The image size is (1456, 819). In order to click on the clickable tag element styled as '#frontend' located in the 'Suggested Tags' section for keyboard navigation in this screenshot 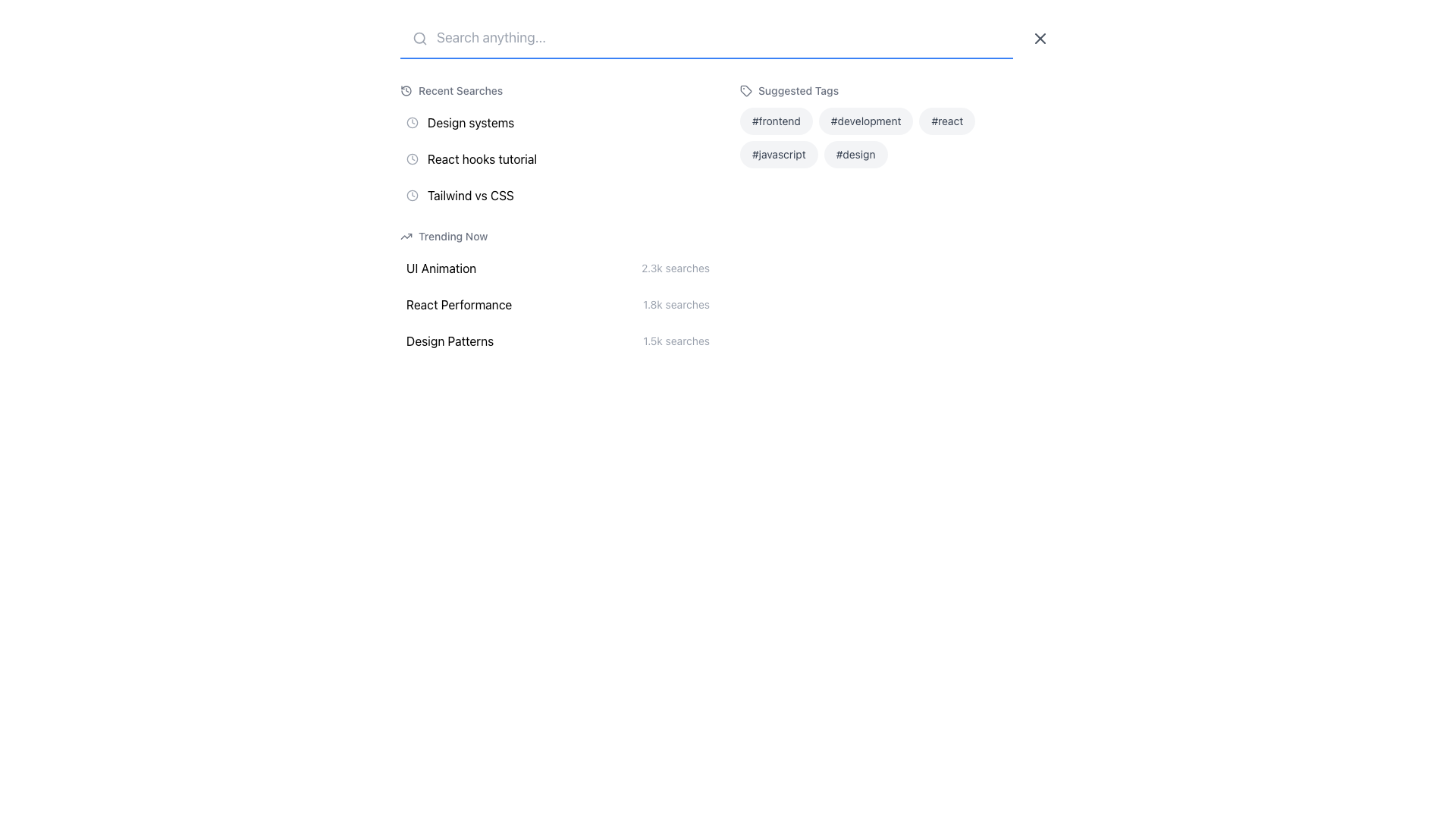, I will do `click(776, 120)`.